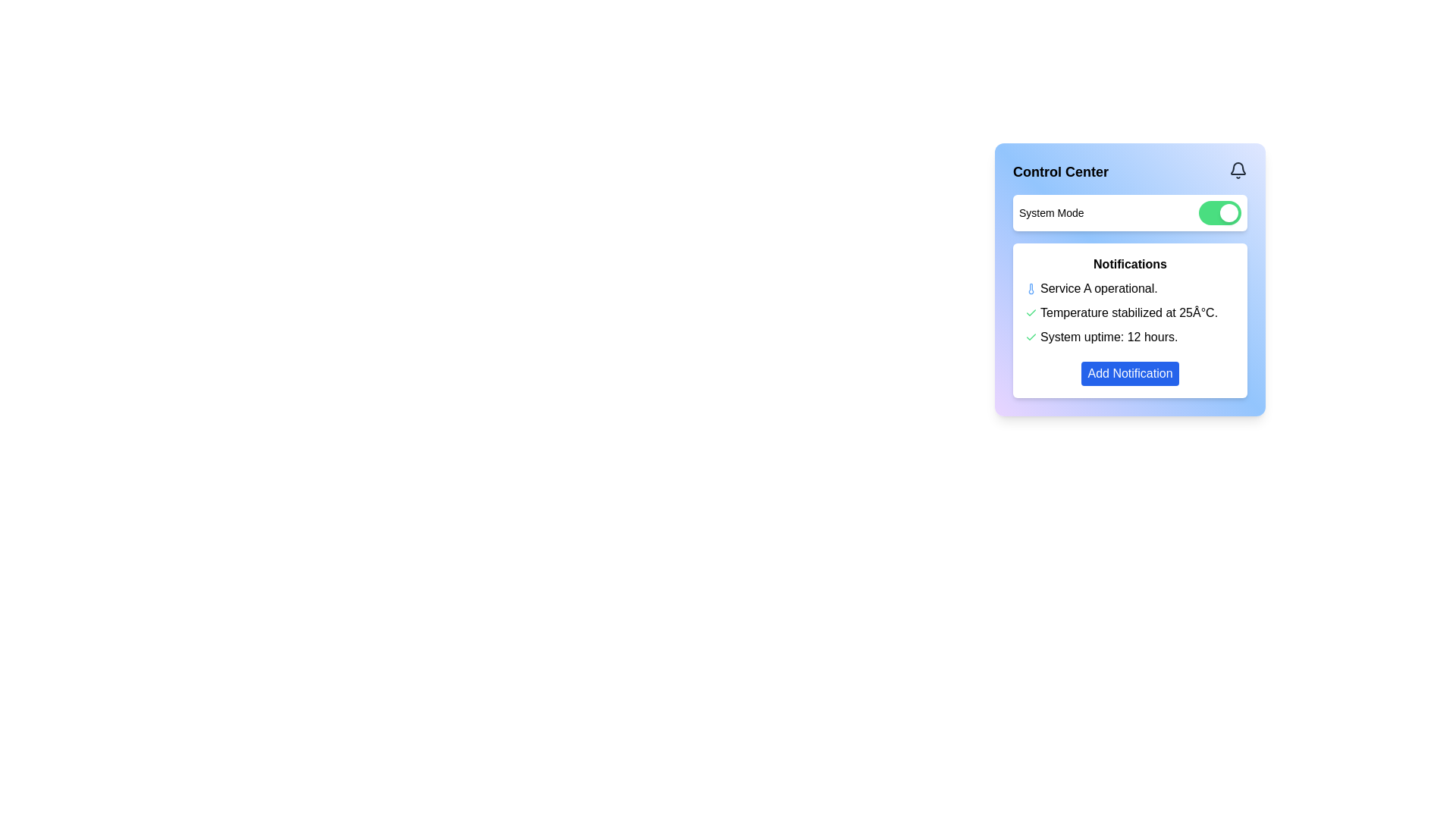  I want to click on status update message from the Text label indicating the operational status of 'Service A', located in the Notifications section of the Control Center interface, so click(1130, 289).